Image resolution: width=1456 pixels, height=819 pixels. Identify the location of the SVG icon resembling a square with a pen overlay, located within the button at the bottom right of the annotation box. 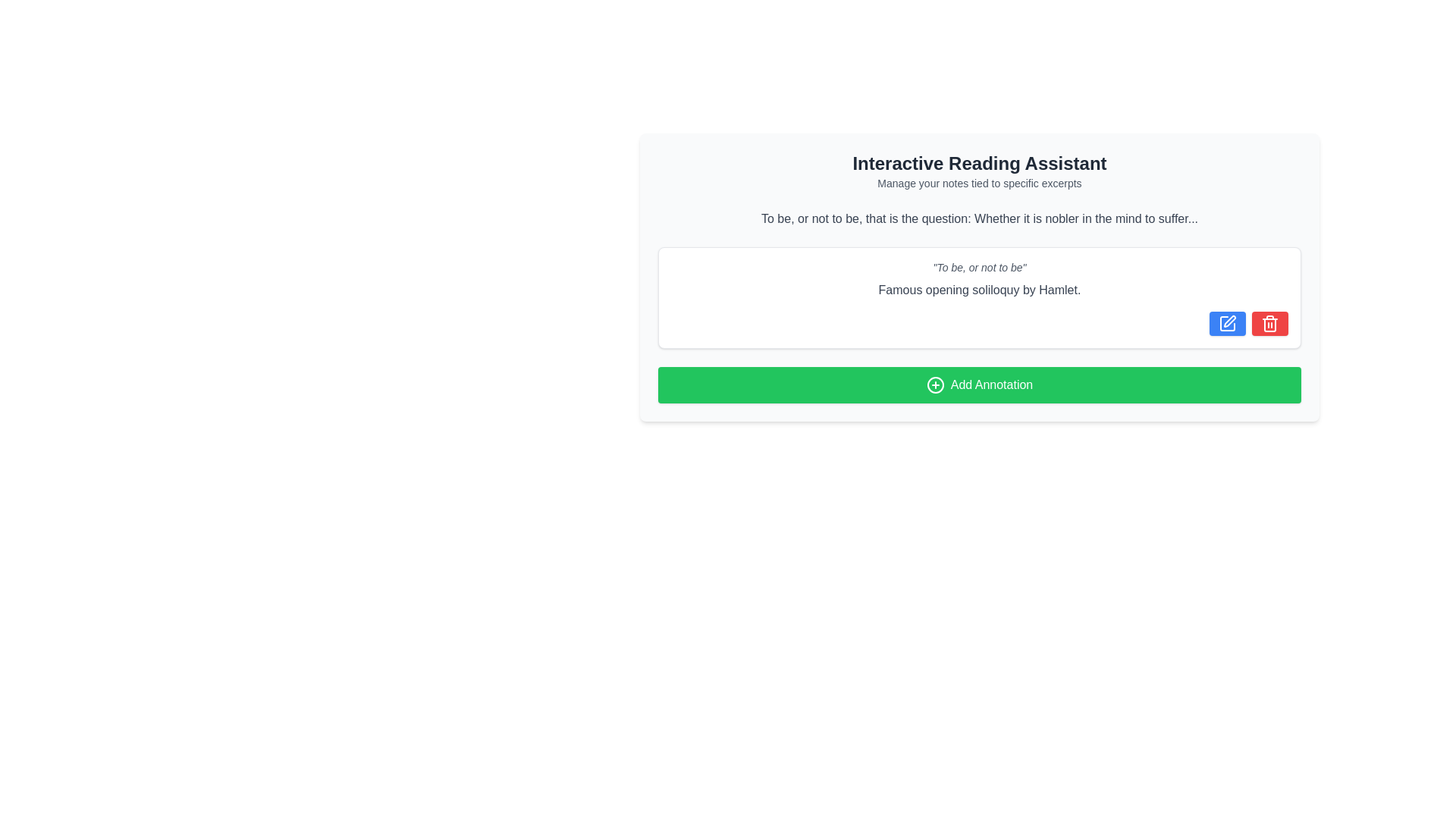
(1227, 323).